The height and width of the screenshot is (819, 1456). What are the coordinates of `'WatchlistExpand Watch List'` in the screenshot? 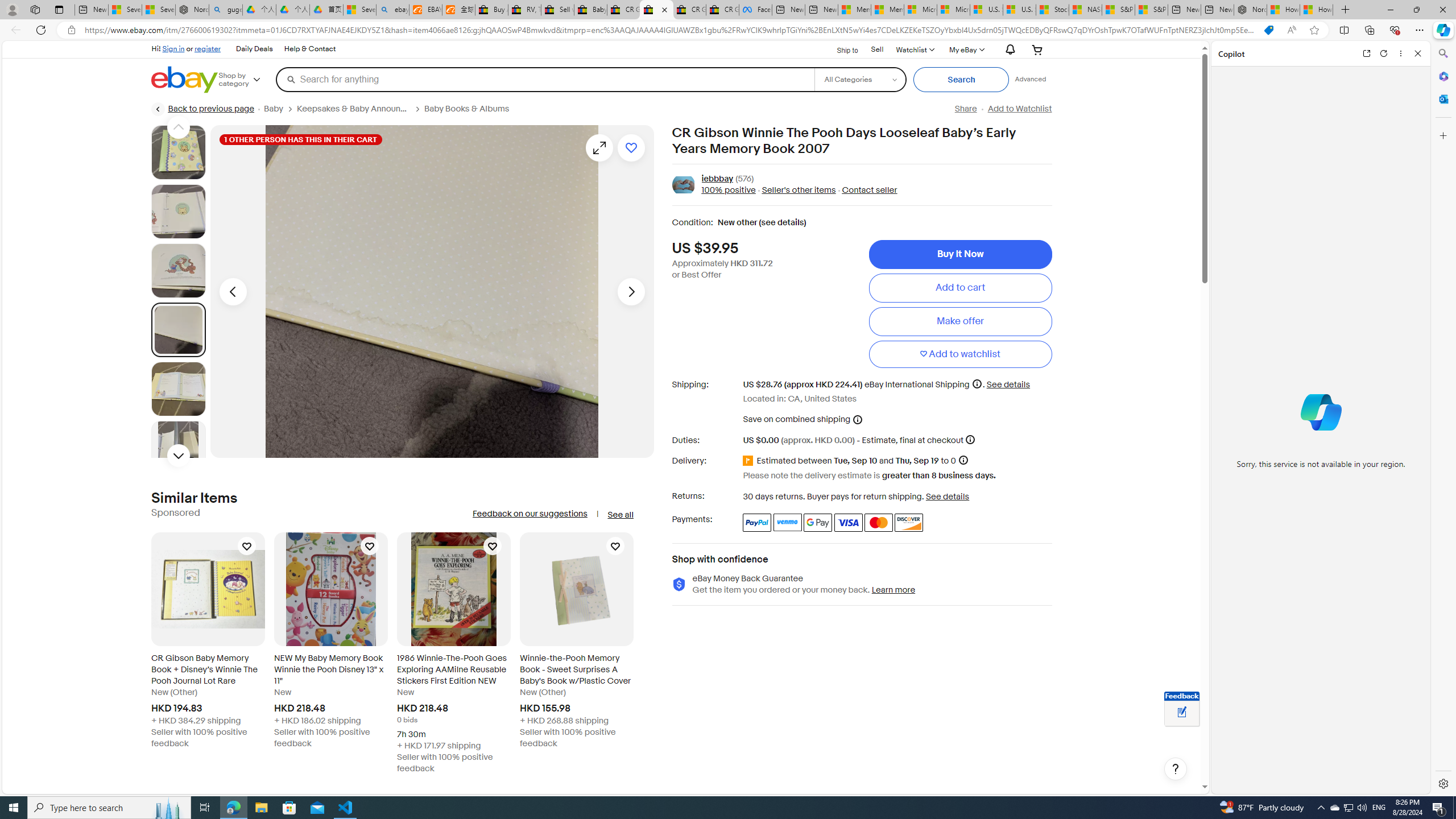 It's located at (913, 49).